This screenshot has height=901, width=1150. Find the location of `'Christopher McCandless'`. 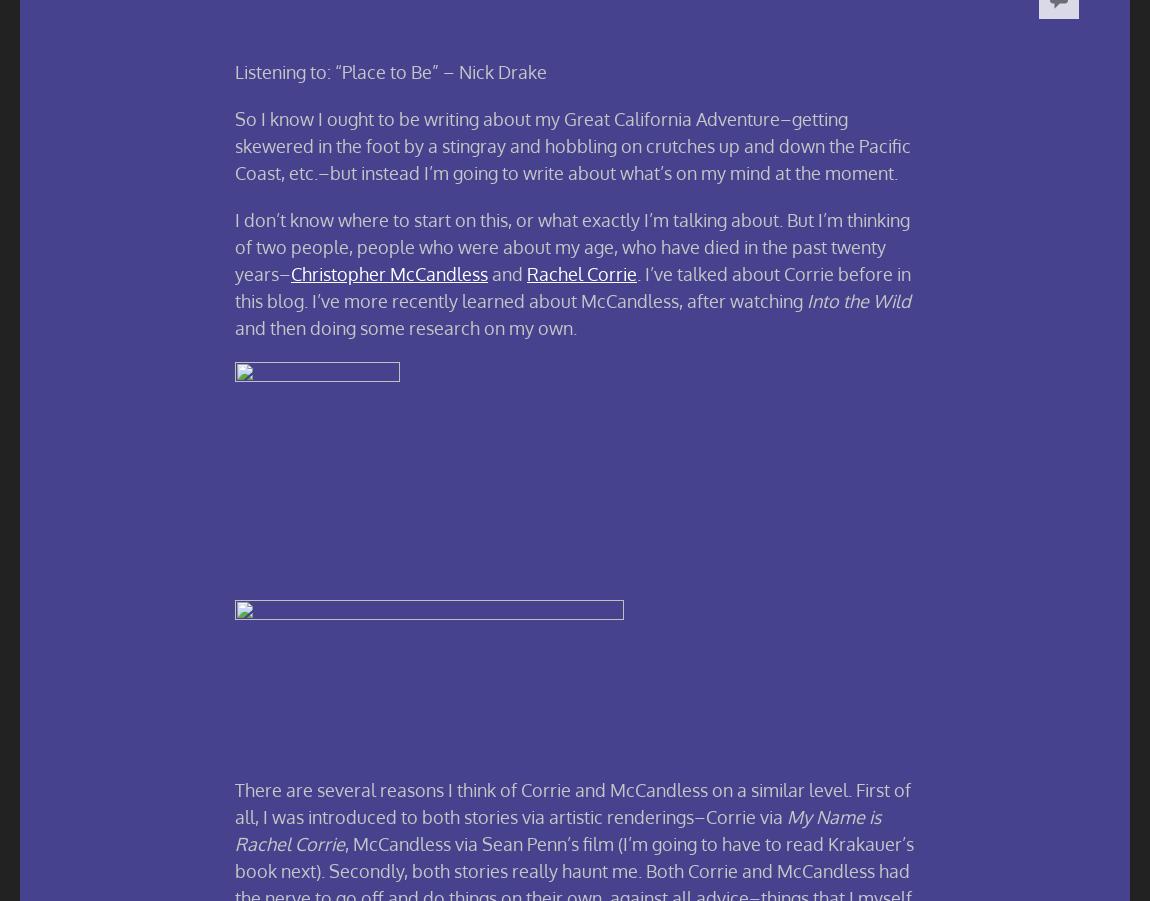

'Christopher McCandless' is located at coordinates (389, 273).